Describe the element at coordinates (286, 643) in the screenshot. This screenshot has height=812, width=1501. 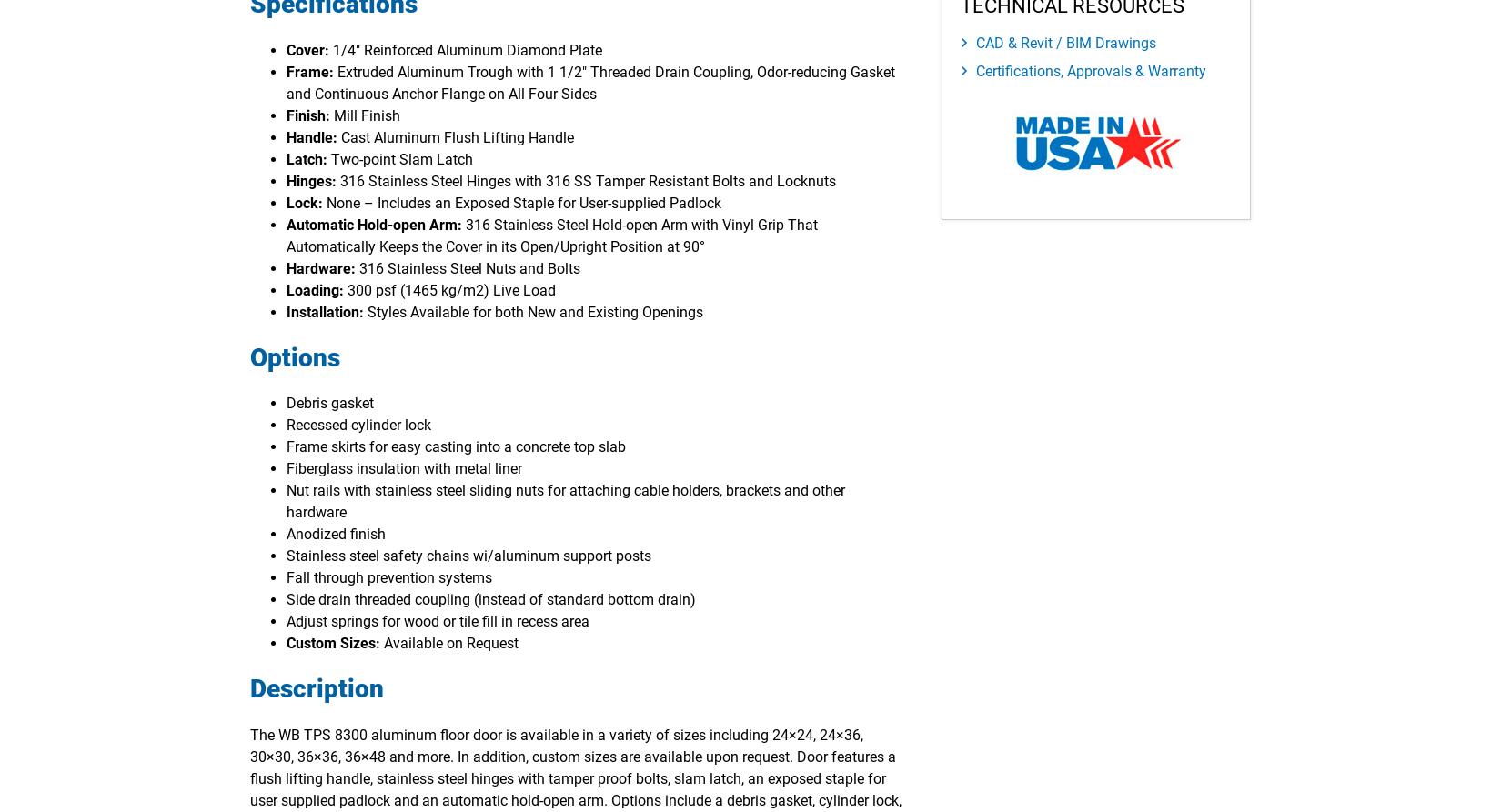
I see `'Custom Sizes:'` at that location.